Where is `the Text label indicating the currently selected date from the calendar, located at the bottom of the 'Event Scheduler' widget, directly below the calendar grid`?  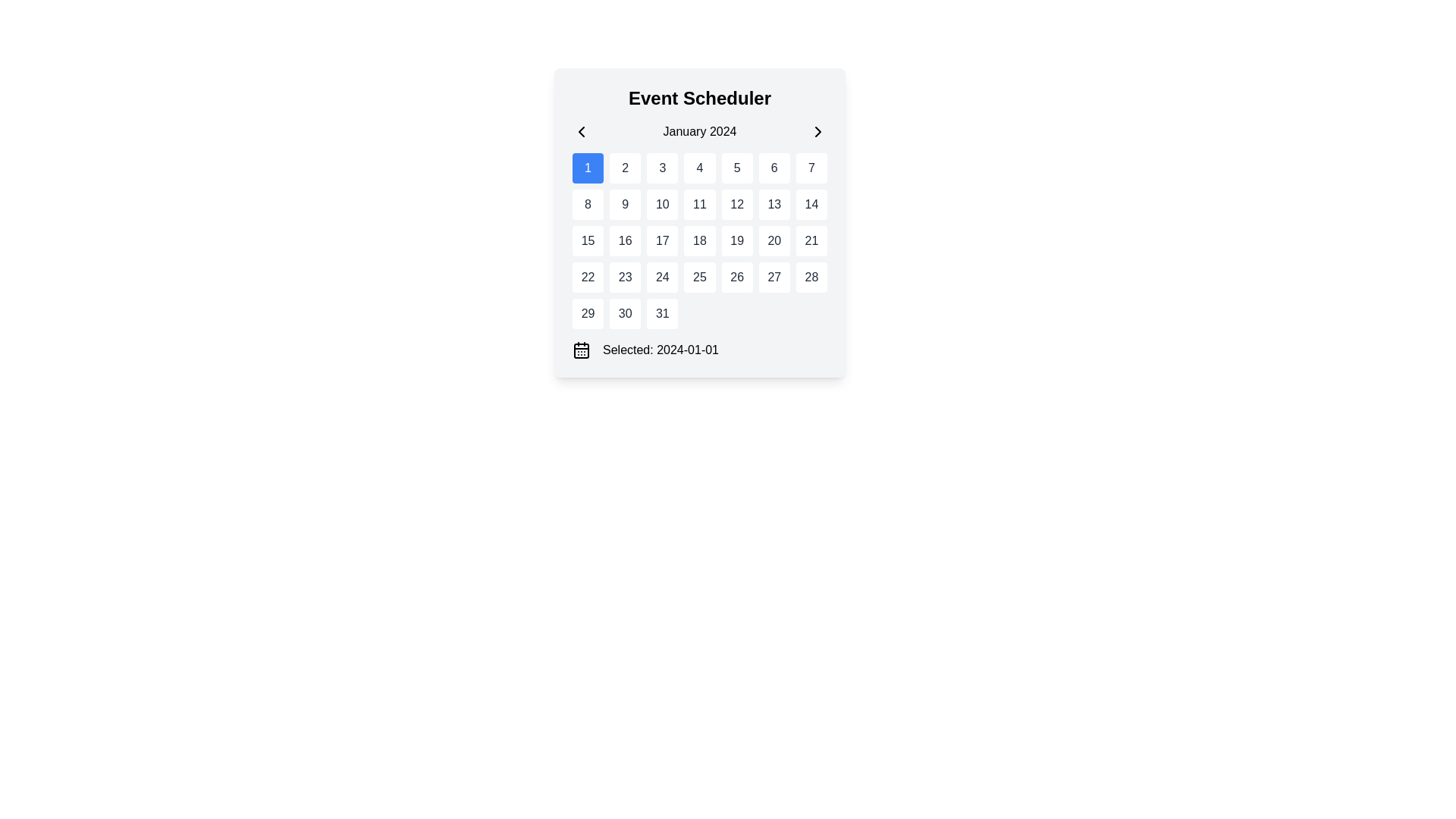
the Text label indicating the currently selected date from the calendar, located at the bottom of the 'Event Scheduler' widget, directly below the calendar grid is located at coordinates (698, 350).